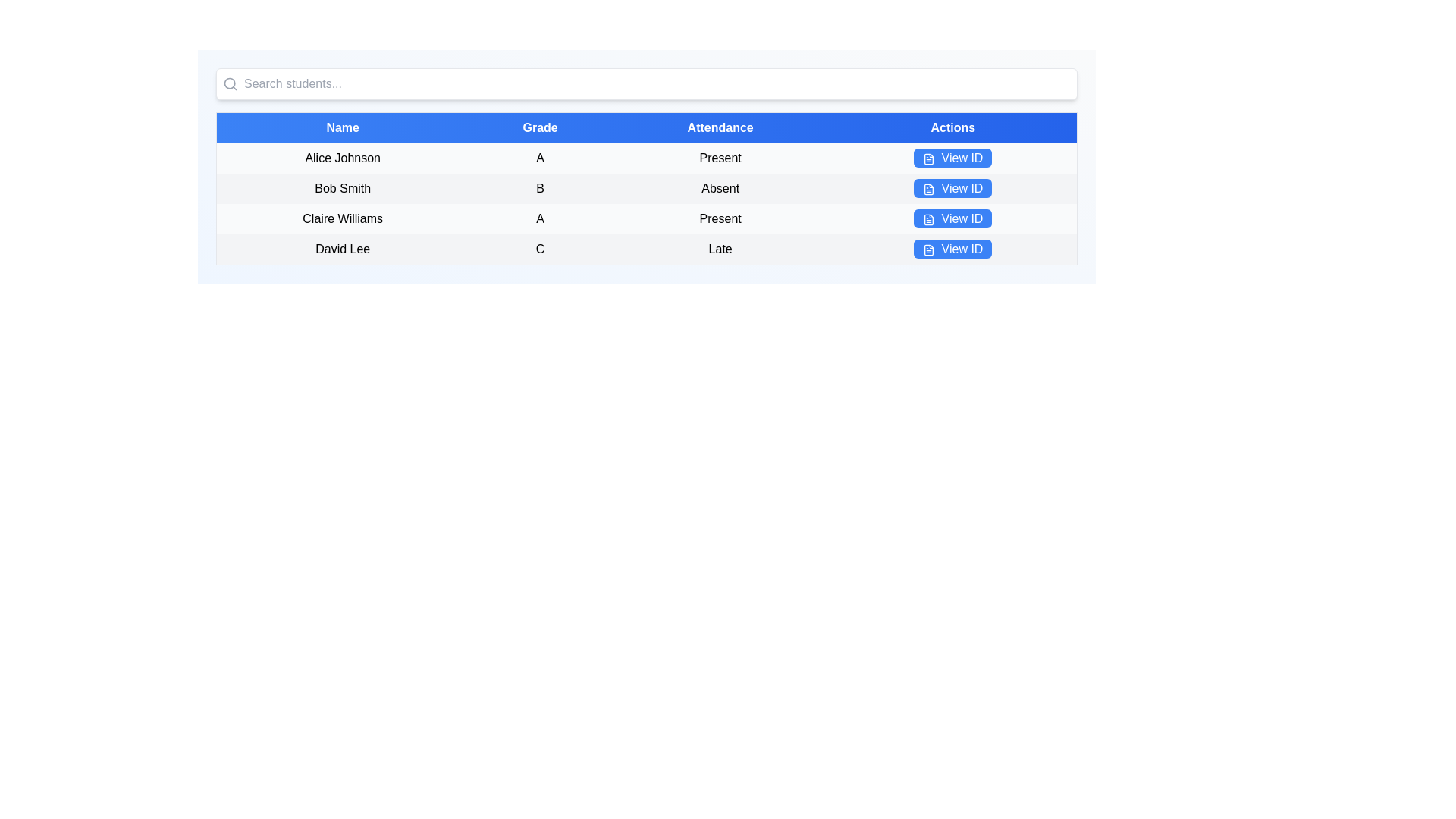  I want to click on the static text field displaying 'Absent' under the 'Attendance' column for 'Bob Smith' in the table, so click(720, 188).